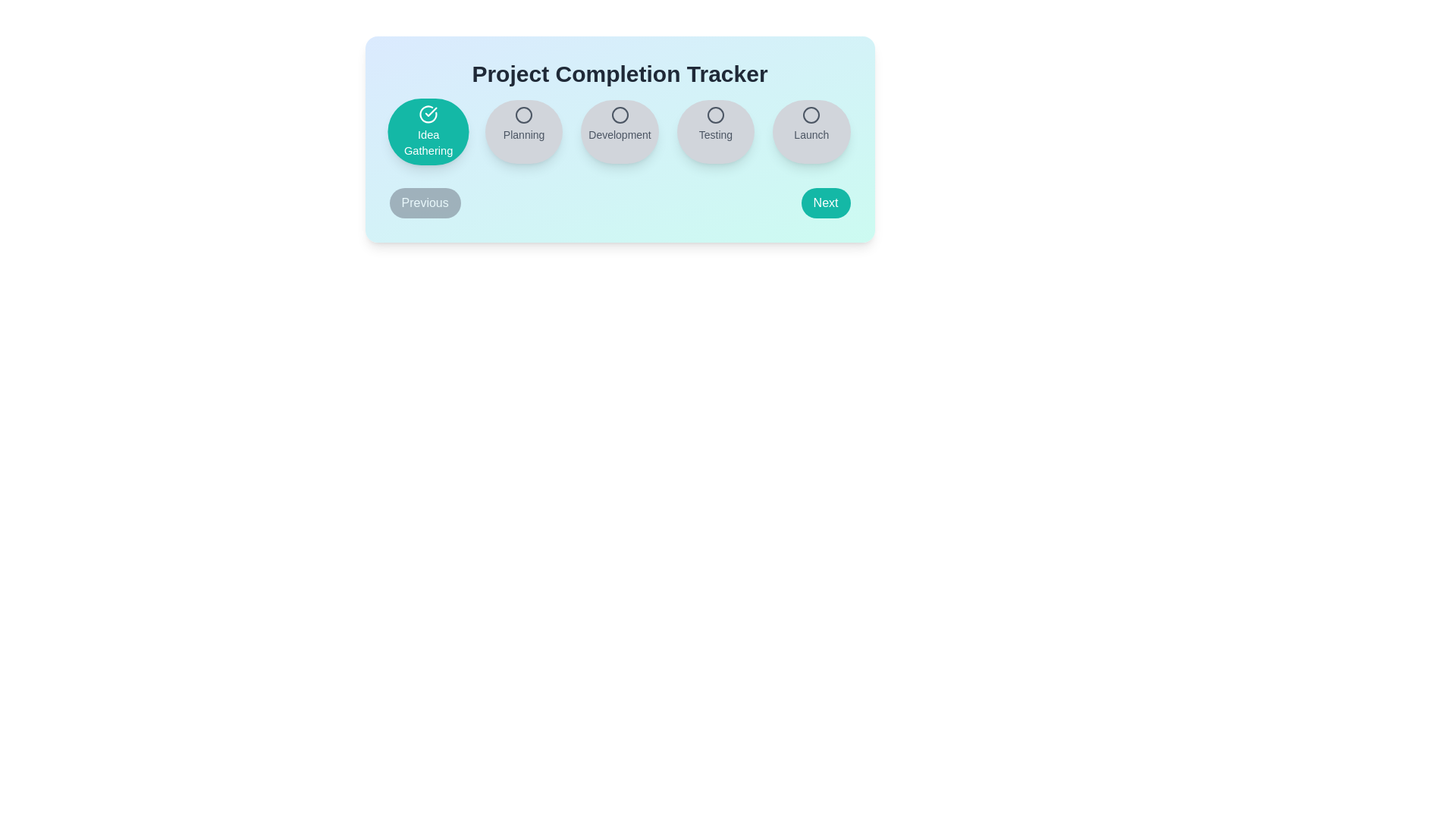 Image resolution: width=1456 pixels, height=819 pixels. I want to click on the Circular SVG marker labeled 'Planning', which is the second step in a progress tracker interface, positioned between 'Idea Gathering' and 'Development', so click(524, 114).